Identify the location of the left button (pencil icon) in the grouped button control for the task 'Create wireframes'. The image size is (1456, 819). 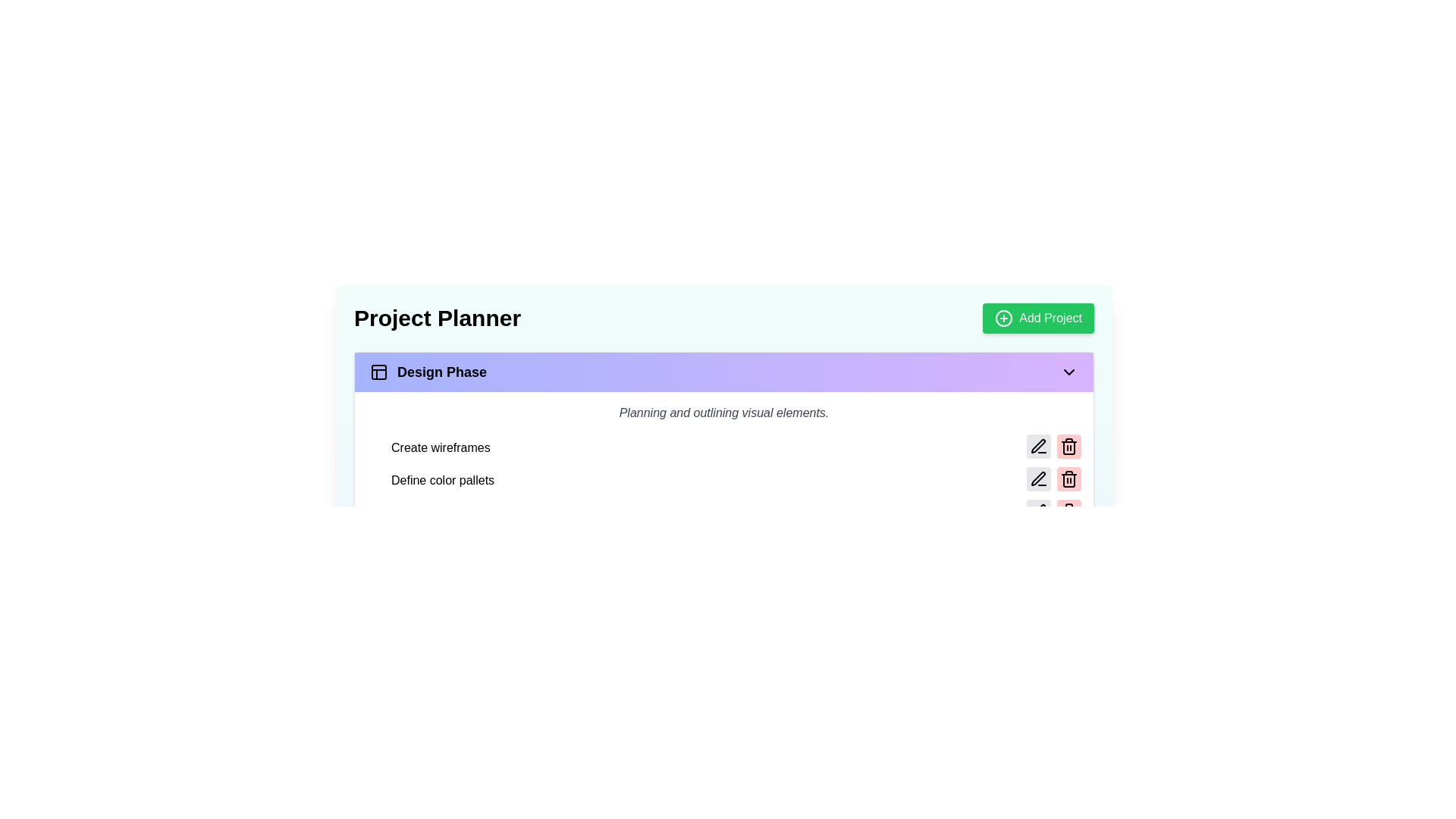
(1053, 447).